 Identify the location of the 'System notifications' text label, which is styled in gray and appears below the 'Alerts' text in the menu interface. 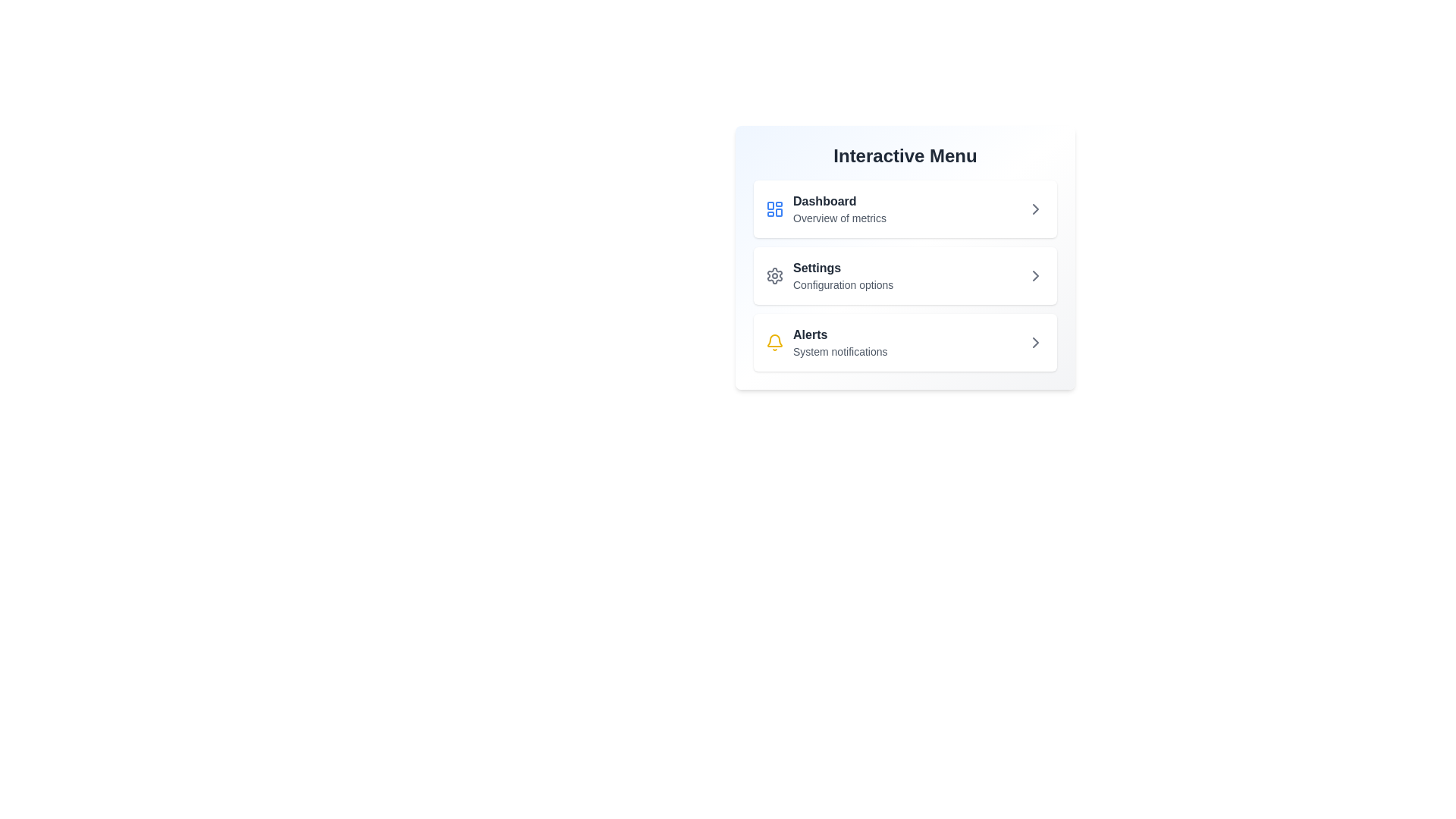
(839, 351).